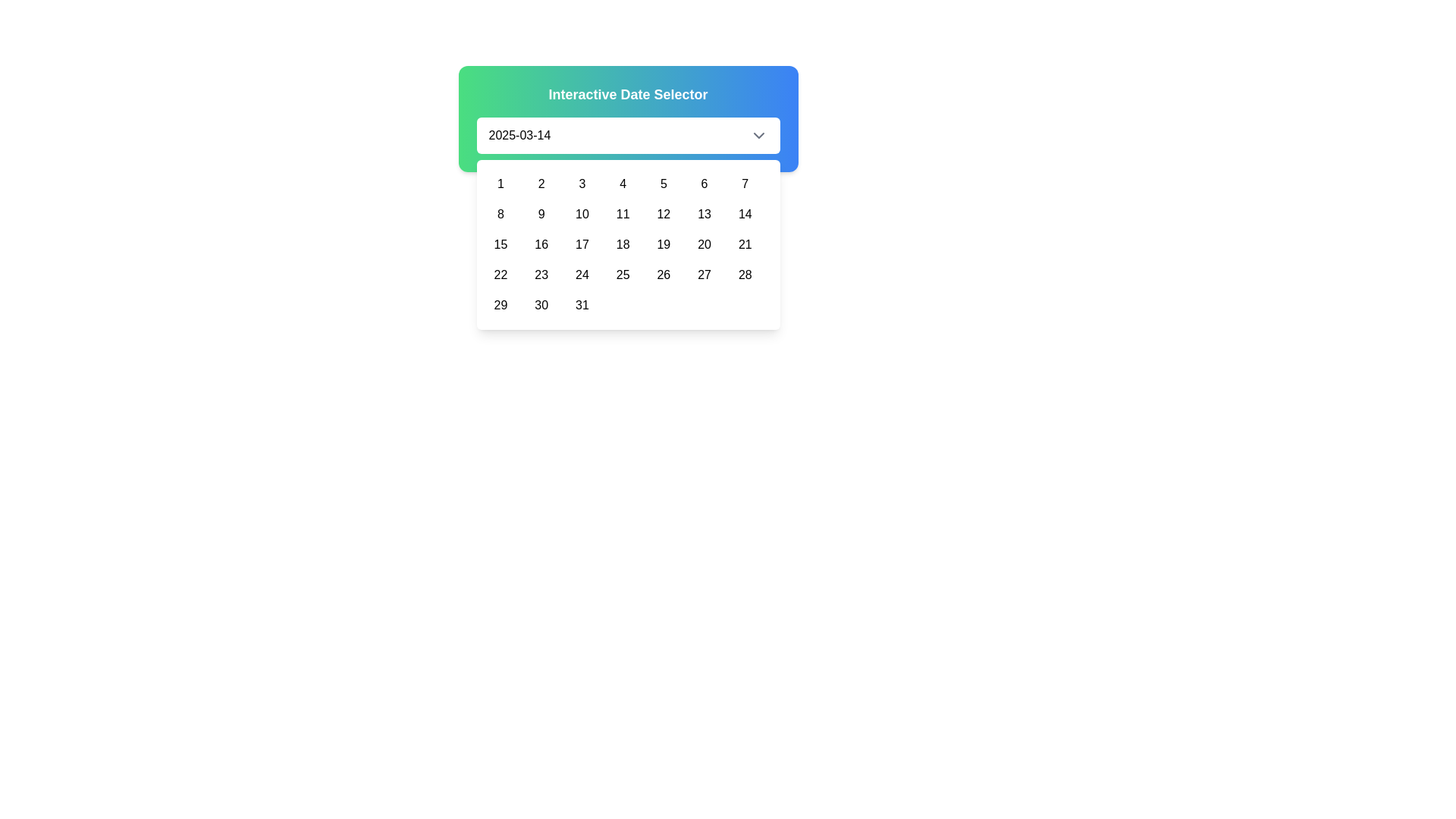 This screenshot has height=819, width=1456. Describe the element at coordinates (704, 214) in the screenshot. I see `the calendar button displaying '13'` at that location.